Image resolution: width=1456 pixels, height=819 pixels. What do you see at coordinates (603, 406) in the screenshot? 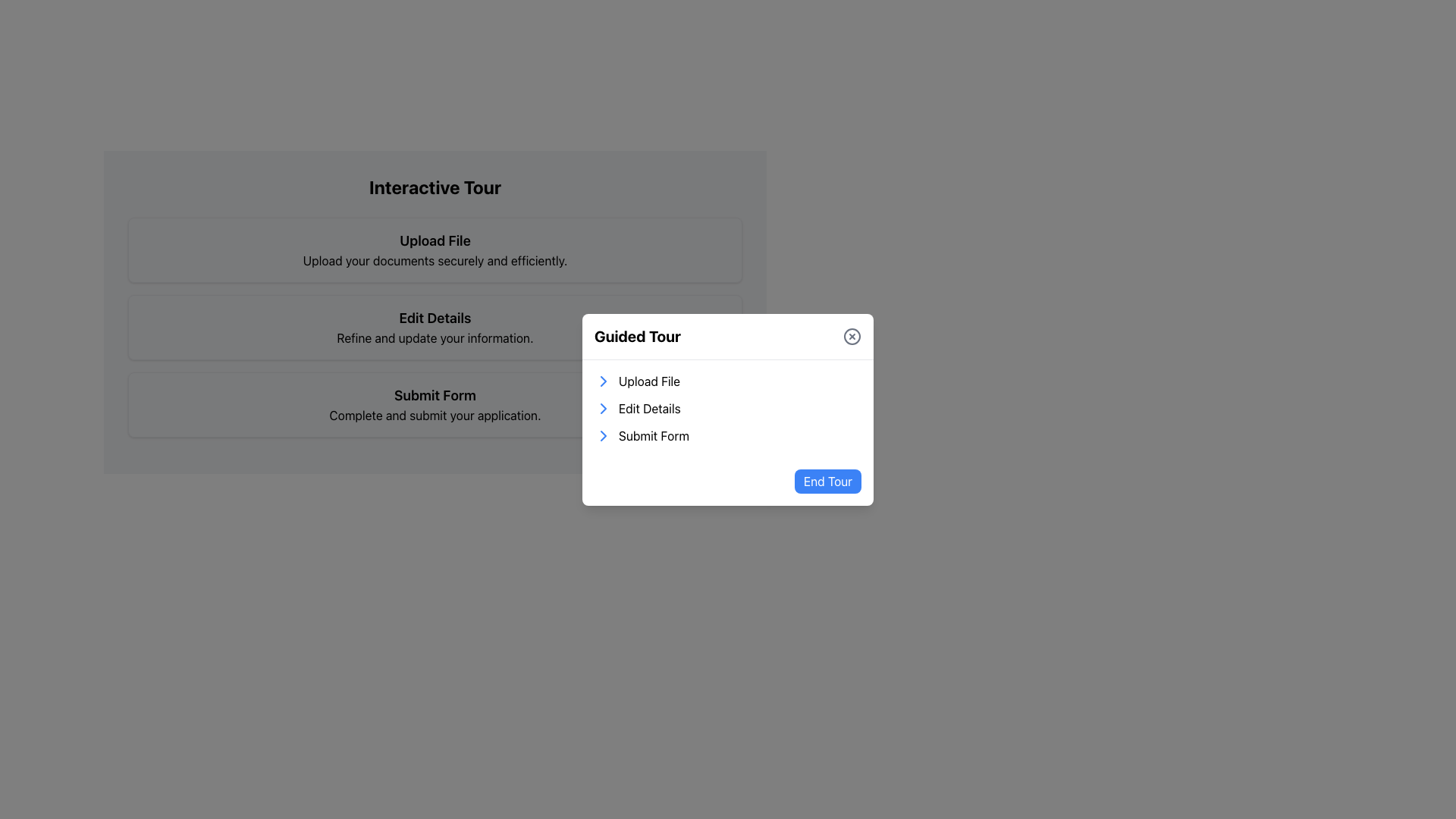
I see `the chevron icon associated with the 'Edit Details' item in the 'Guided Tour' box` at bounding box center [603, 406].